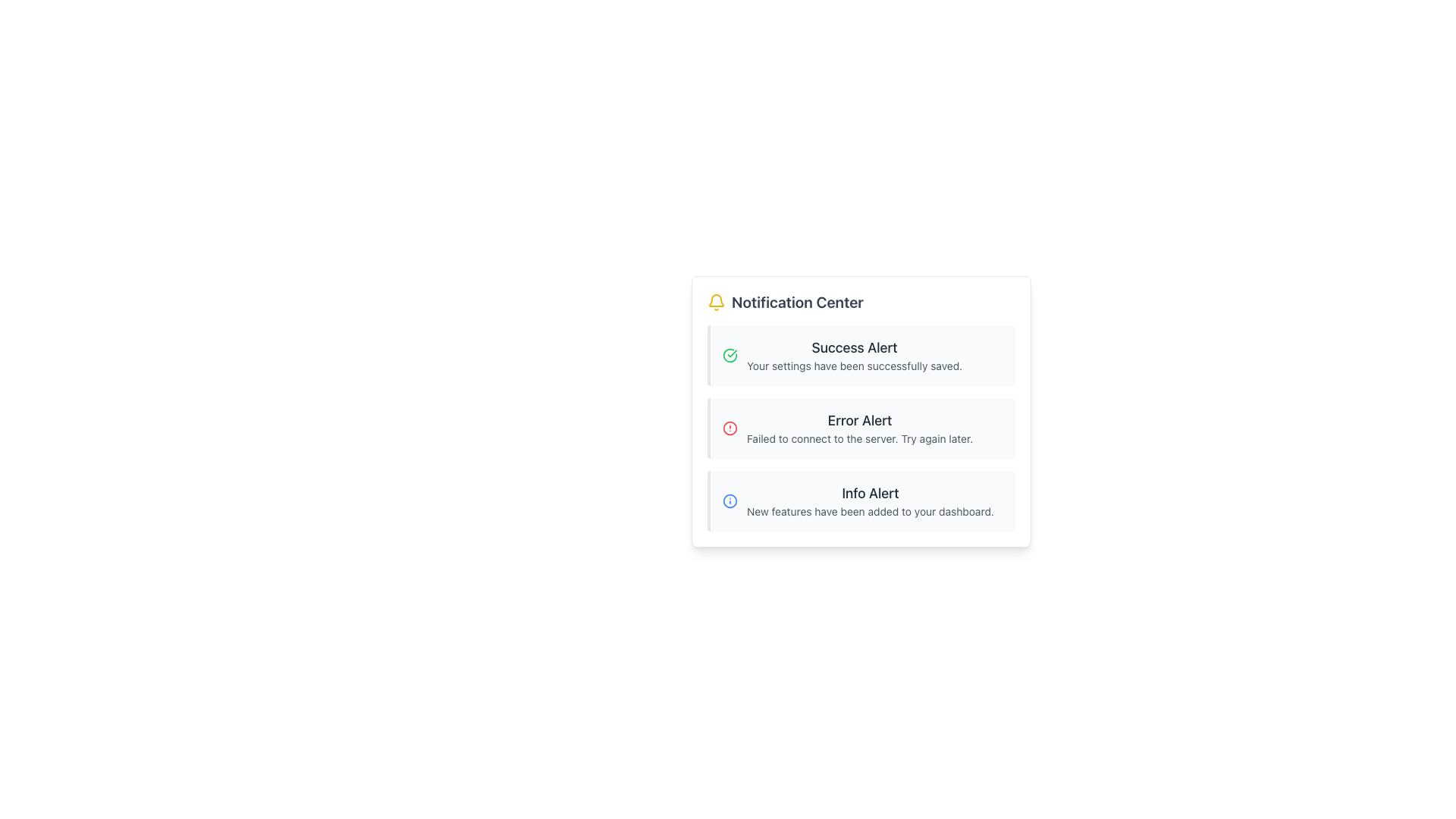 This screenshot has width=1456, height=819. Describe the element at coordinates (730, 500) in the screenshot. I see `the information alert icon located at the bottom of the 'Notification Center', positioned beside the text 'Info Alert' and 'New features have been added to your dashboard'` at that location.